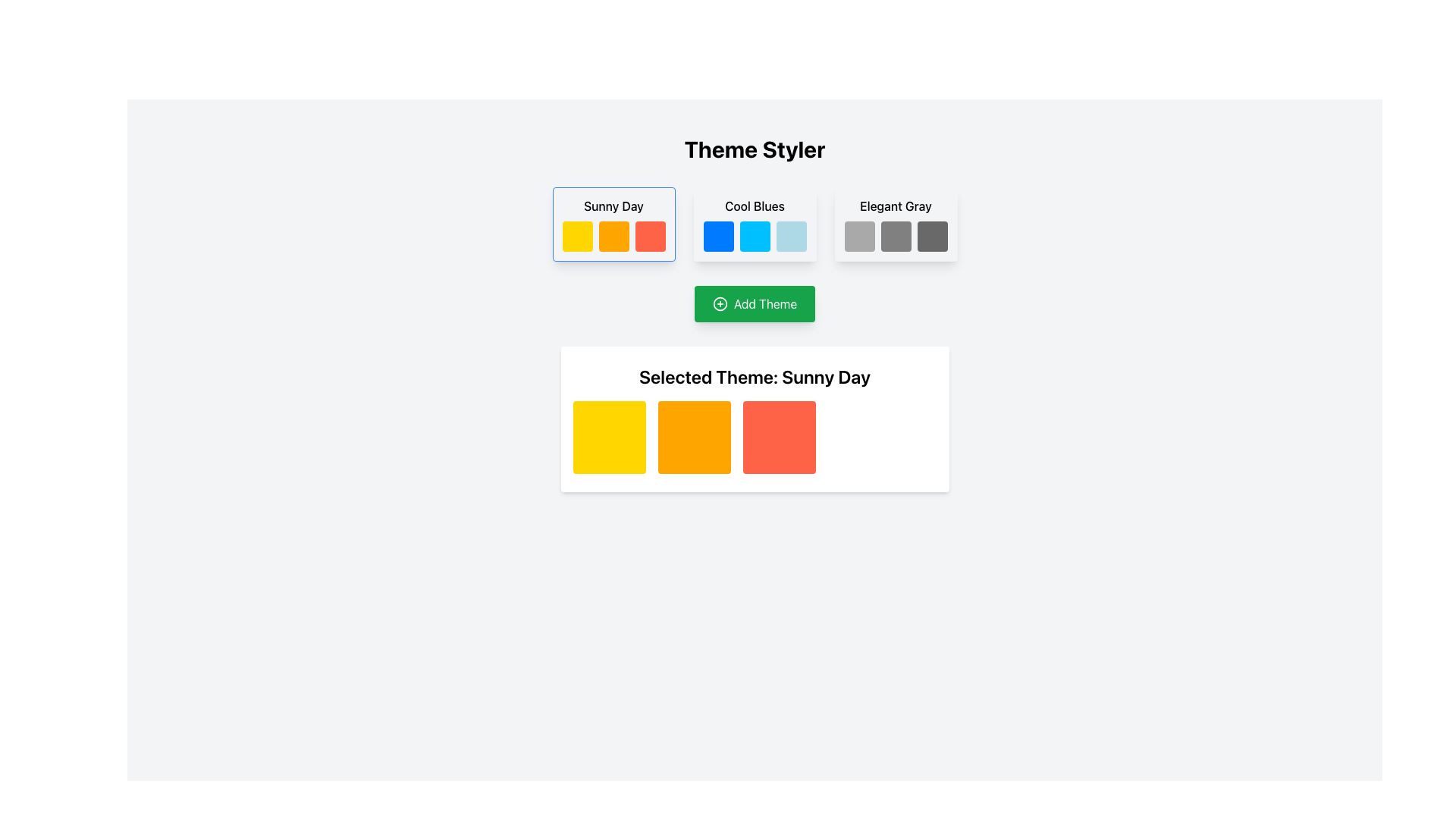 Image resolution: width=1456 pixels, height=819 pixels. I want to click on the square element with an orange background located below the 'Selected Theme: Sunny Day' heading, positioned between the yellow and red squares, so click(693, 438).